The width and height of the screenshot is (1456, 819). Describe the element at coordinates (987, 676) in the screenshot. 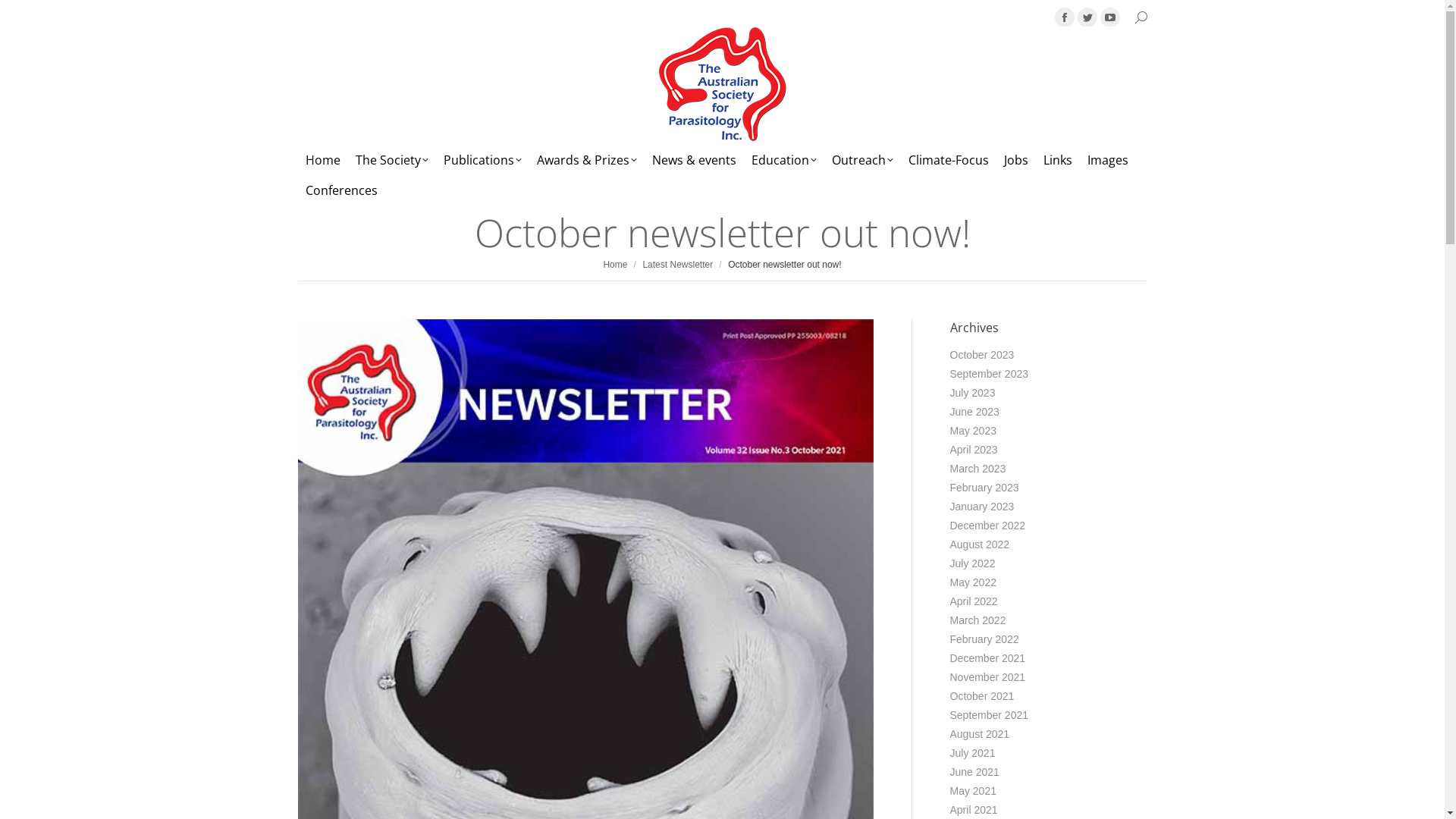

I see `'November 2021'` at that location.